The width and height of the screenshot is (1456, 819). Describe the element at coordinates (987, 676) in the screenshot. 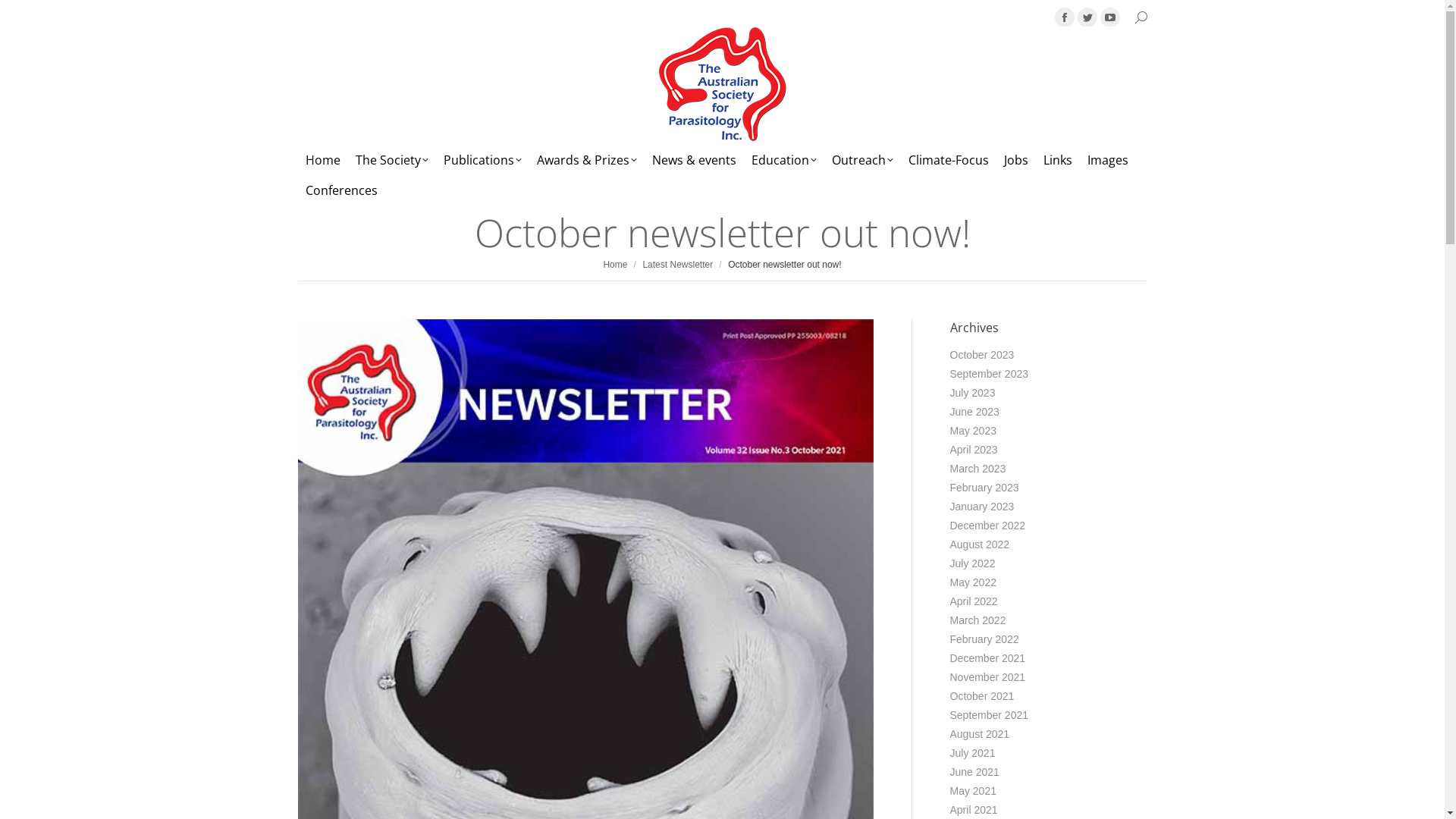

I see `'November 2021'` at that location.